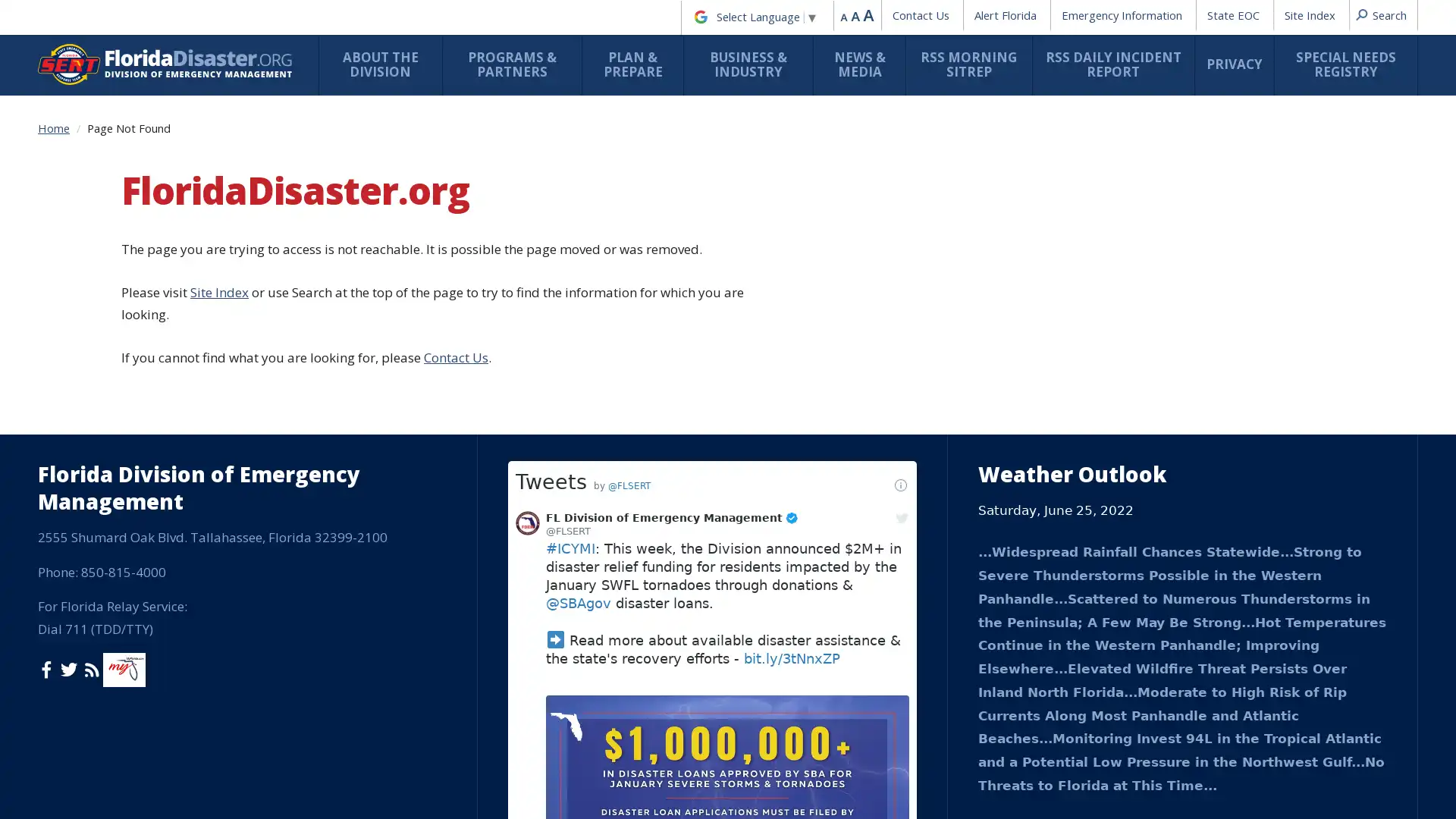 The width and height of the screenshot is (1456, 819). Describe the element at coordinates (871, 296) in the screenshot. I see `Toggle More` at that location.